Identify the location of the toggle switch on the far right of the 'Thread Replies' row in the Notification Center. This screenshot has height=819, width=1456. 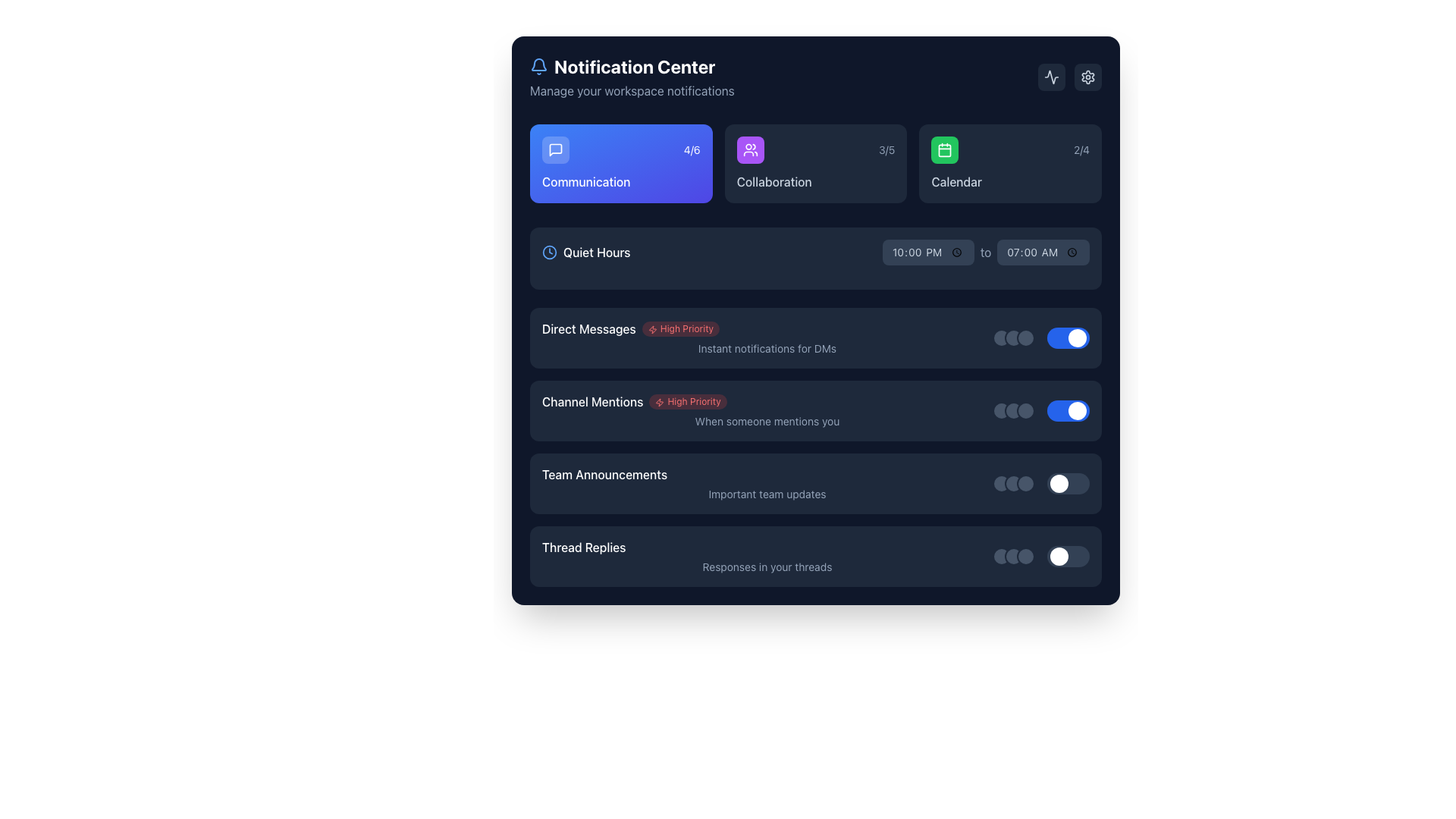
(1068, 556).